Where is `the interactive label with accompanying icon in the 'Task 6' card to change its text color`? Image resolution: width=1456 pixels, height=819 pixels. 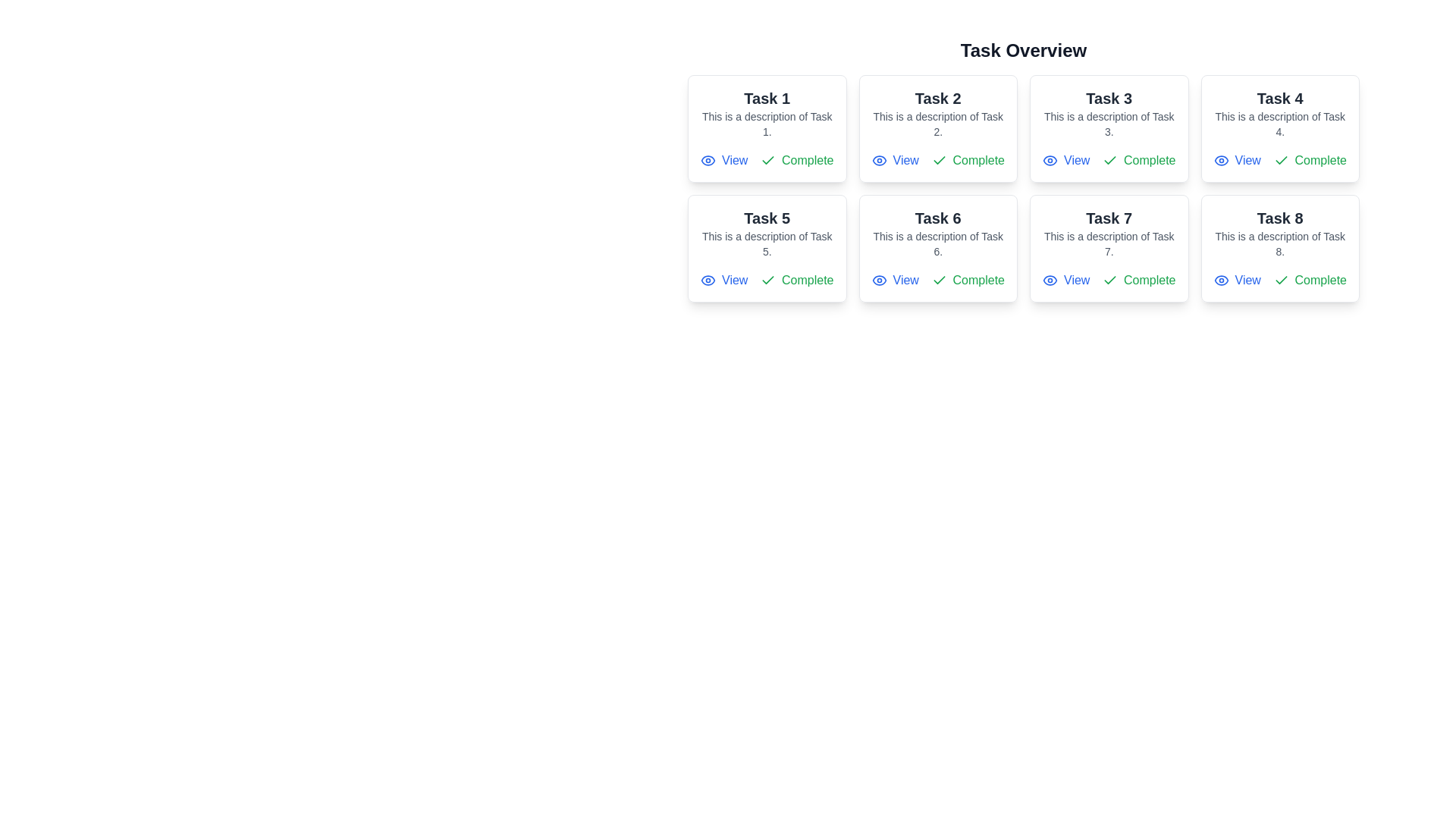
the interactive label with accompanying icon in the 'Task 6' card to change its text color is located at coordinates (967, 281).